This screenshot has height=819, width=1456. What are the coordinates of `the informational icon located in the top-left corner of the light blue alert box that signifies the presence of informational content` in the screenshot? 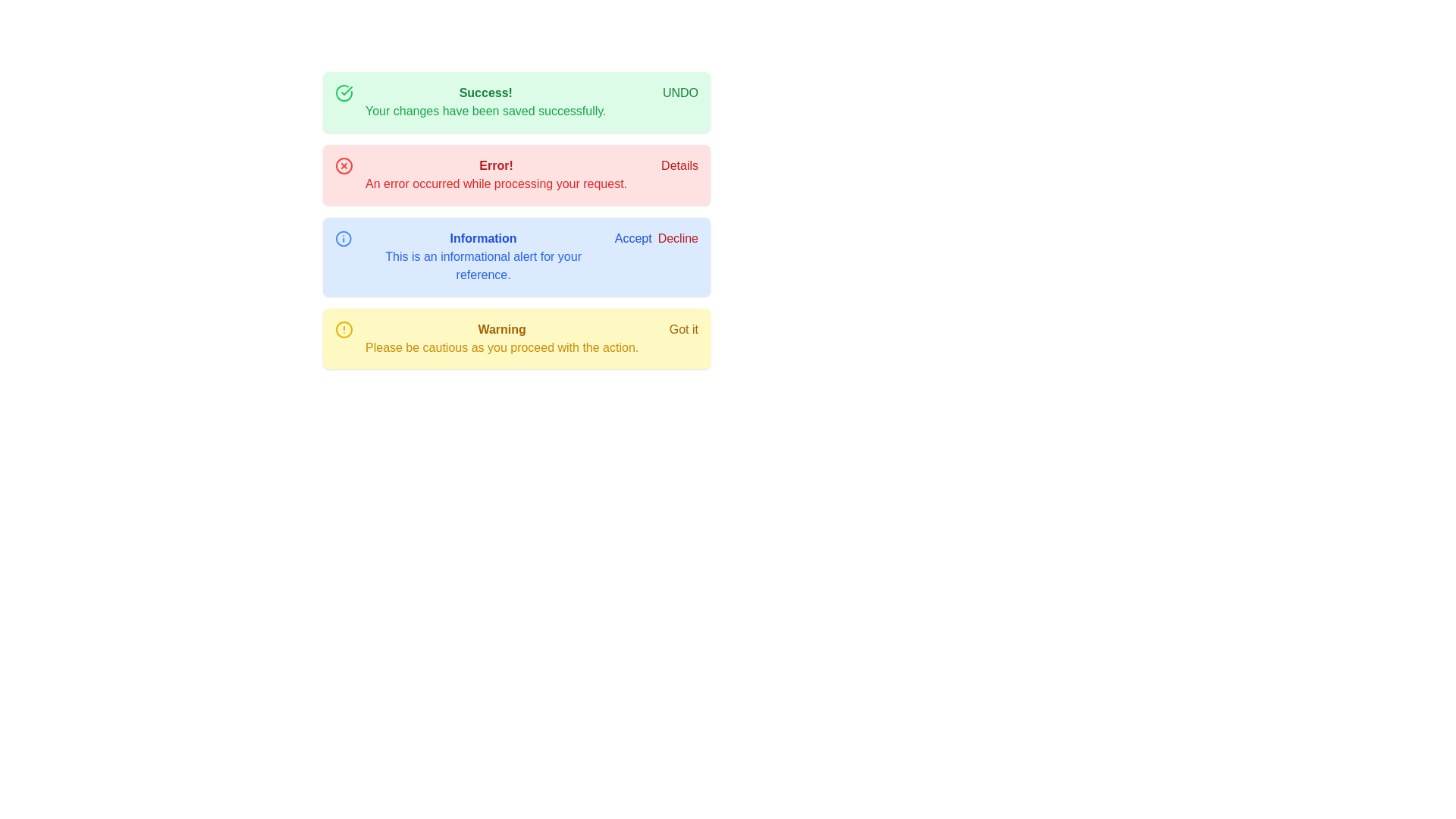 It's located at (343, 239).